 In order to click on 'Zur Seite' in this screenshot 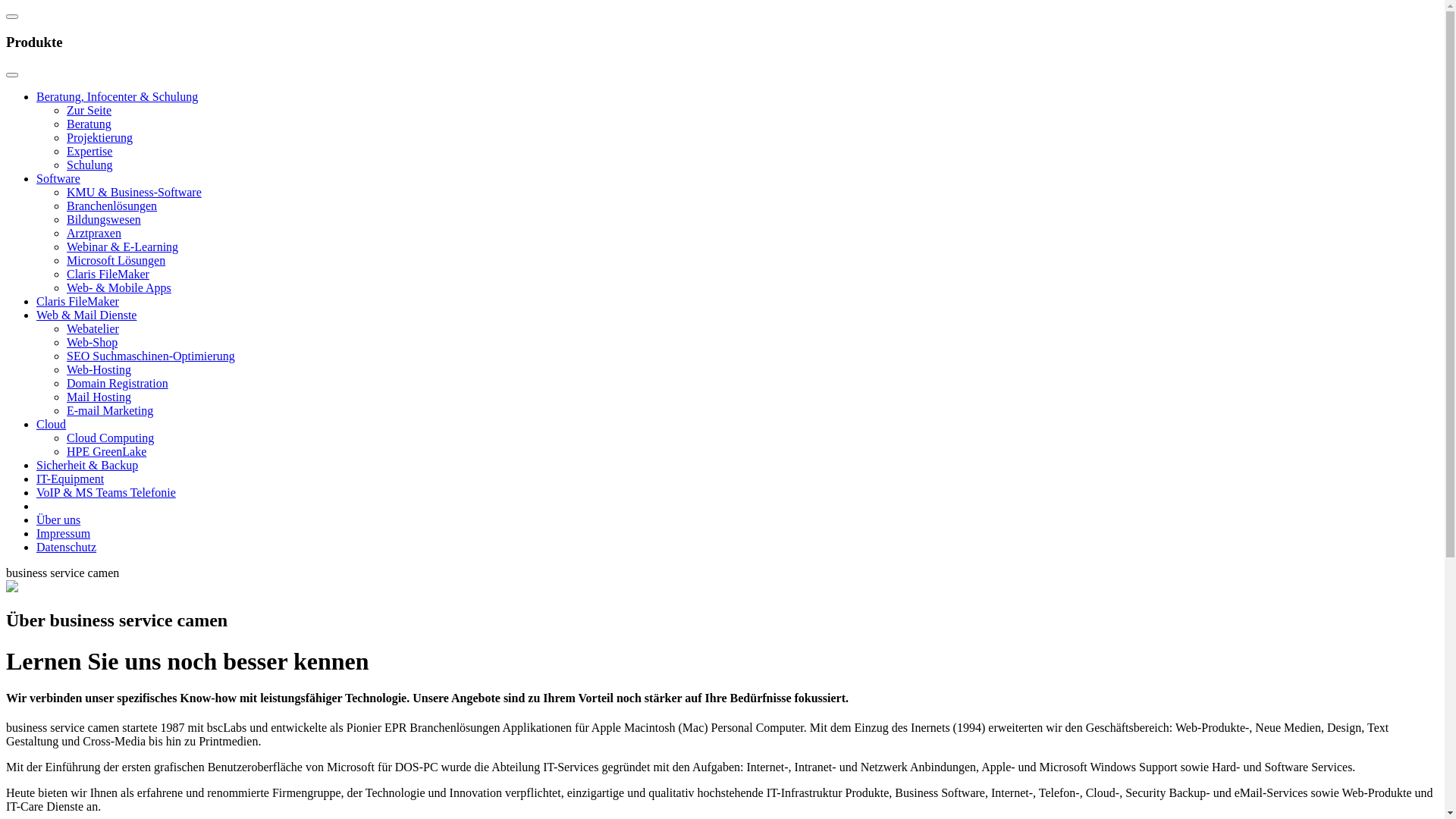, I will do `click(88, 109)`.